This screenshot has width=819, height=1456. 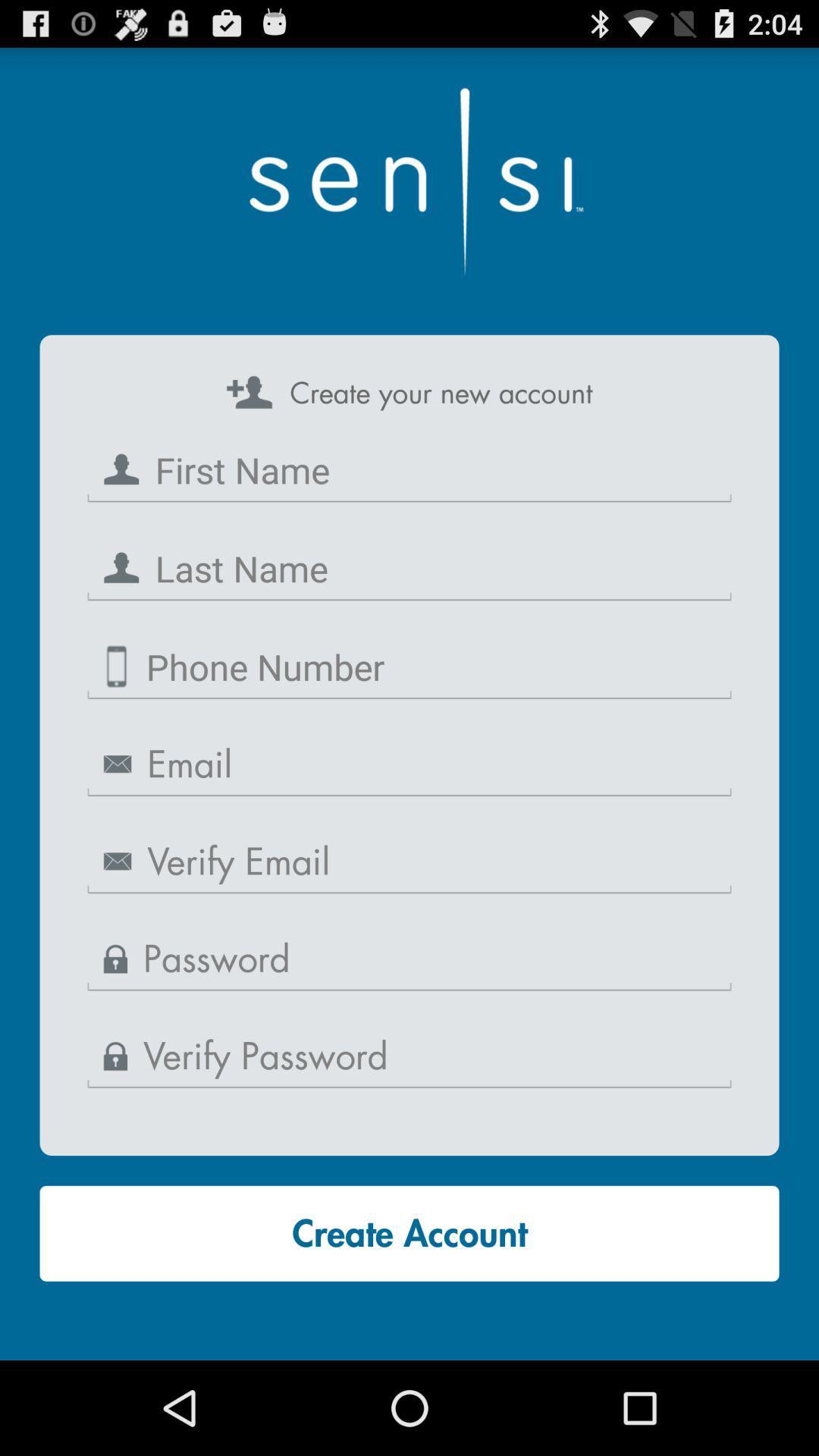 I want to click on verify email, so click(x=409, y=862).